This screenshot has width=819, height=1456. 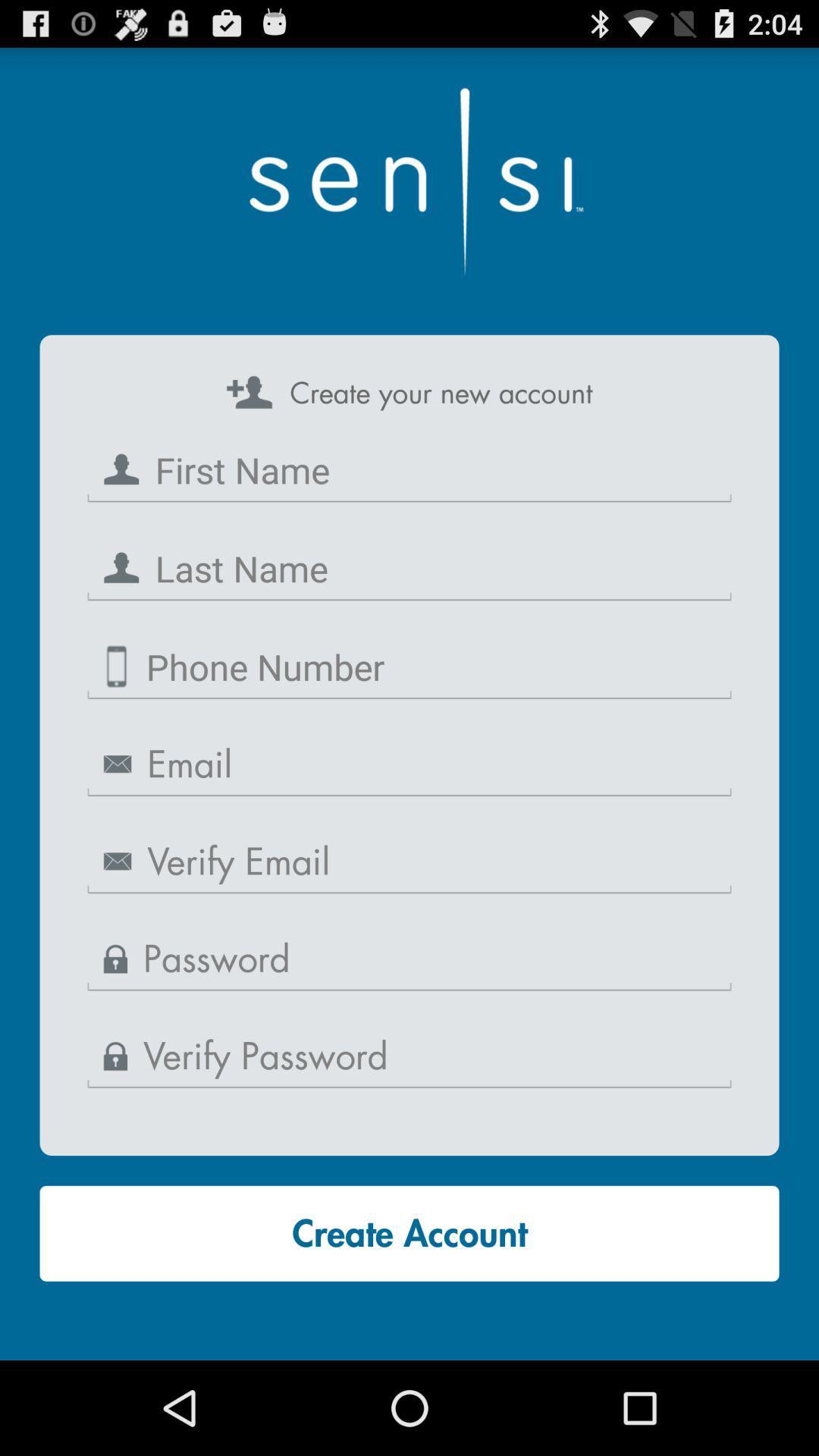 I want to click on verify email, so click(x=409, y=862).